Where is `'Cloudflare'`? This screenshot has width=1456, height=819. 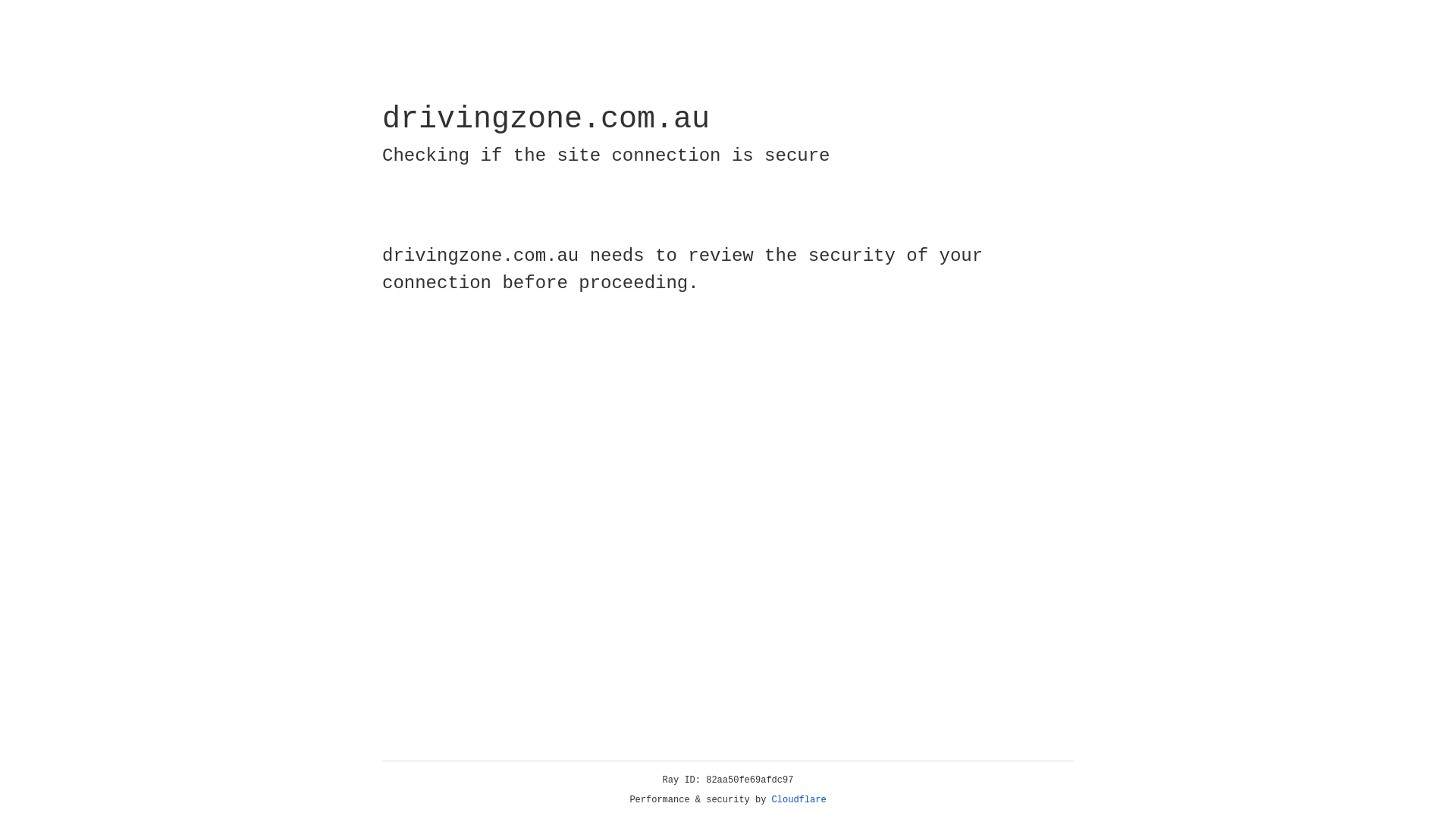 'Cloudflare' is located at coordinates (799, 799).